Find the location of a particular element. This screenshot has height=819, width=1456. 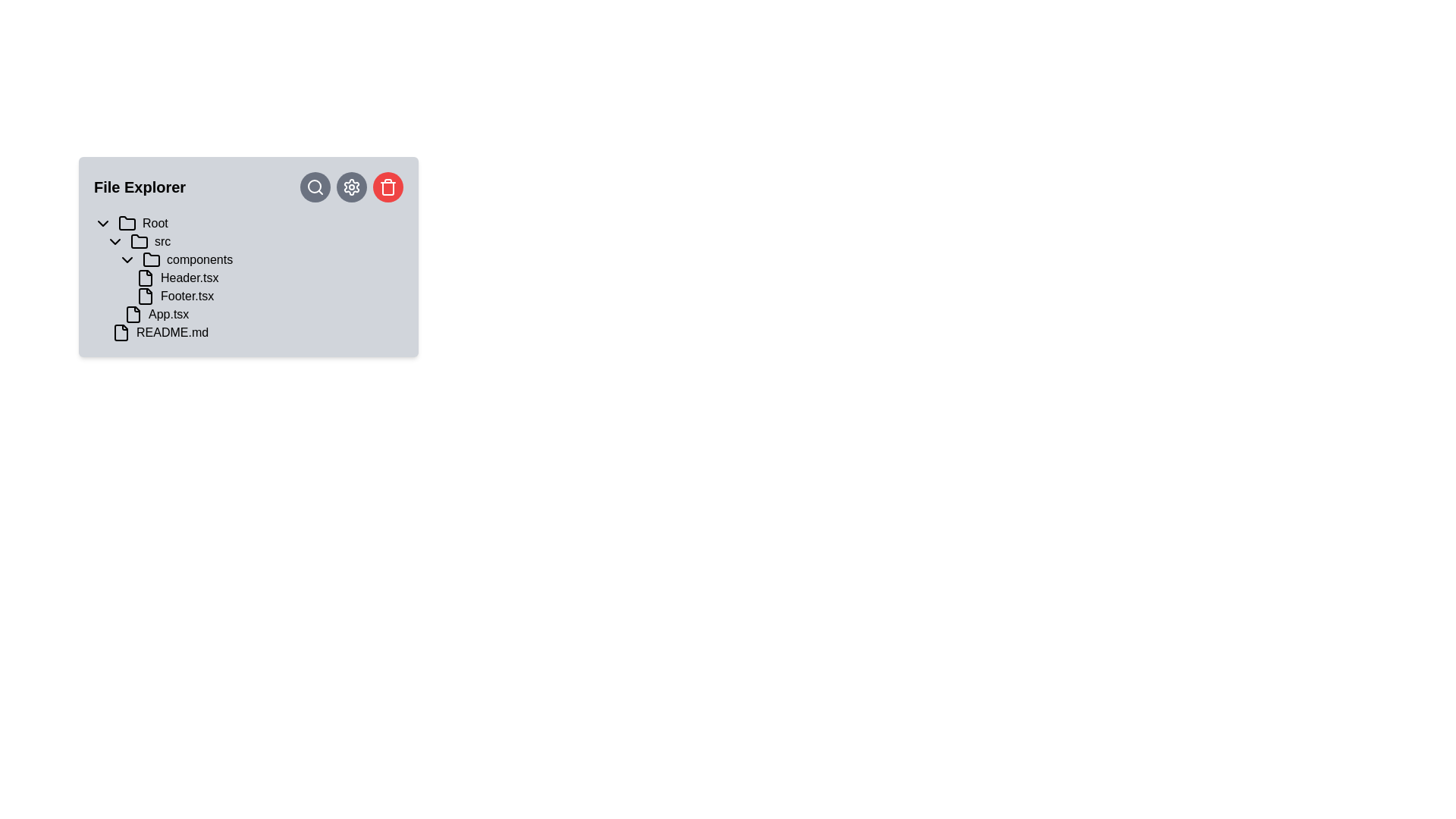

the folder icon located in the 'Root' row of the File Explorer module, positioned to the right of the chevron icon is located at coordinates (127, 223).